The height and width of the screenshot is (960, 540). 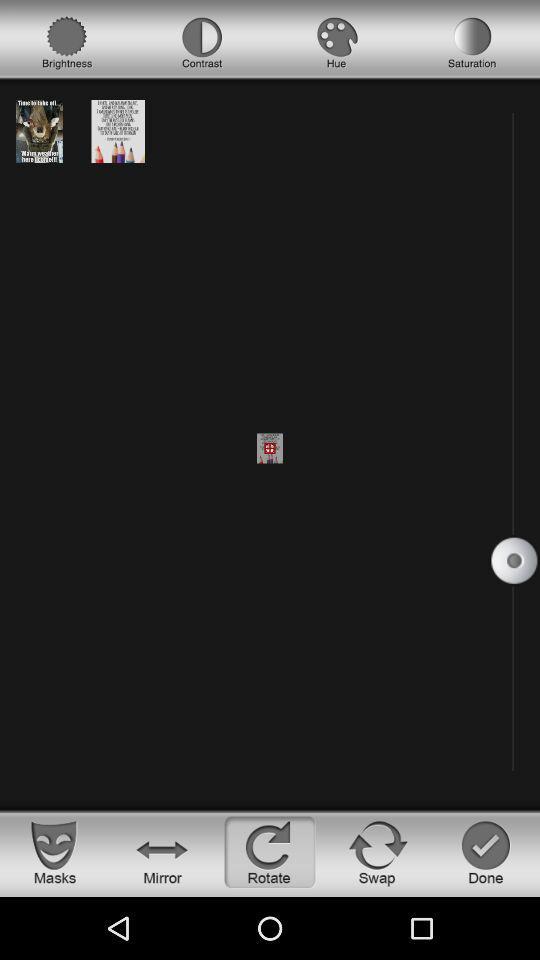 I want to click on new image, so click(x=39, y=130).